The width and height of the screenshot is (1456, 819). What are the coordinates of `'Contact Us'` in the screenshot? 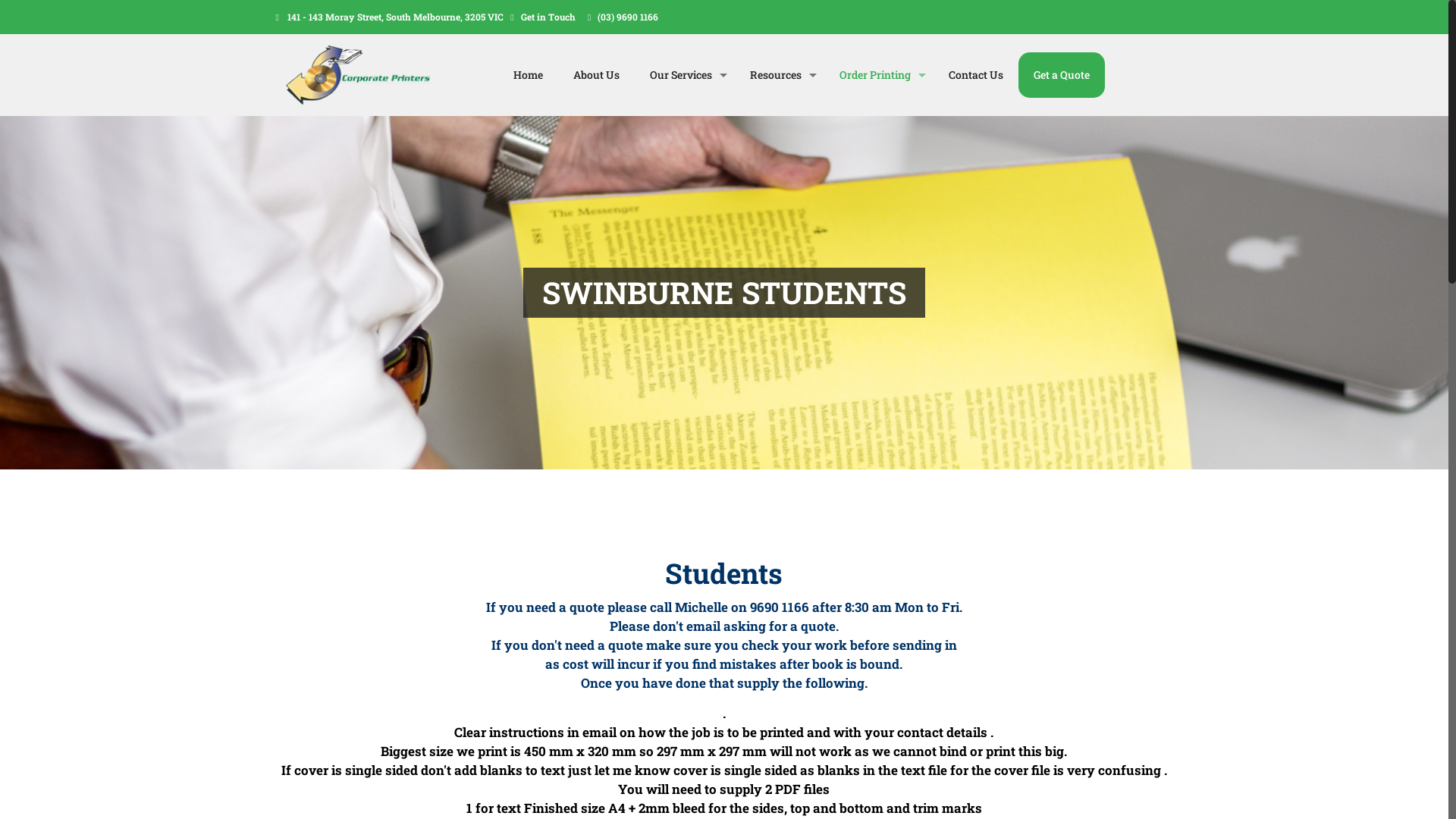 It's located at (975, 75).